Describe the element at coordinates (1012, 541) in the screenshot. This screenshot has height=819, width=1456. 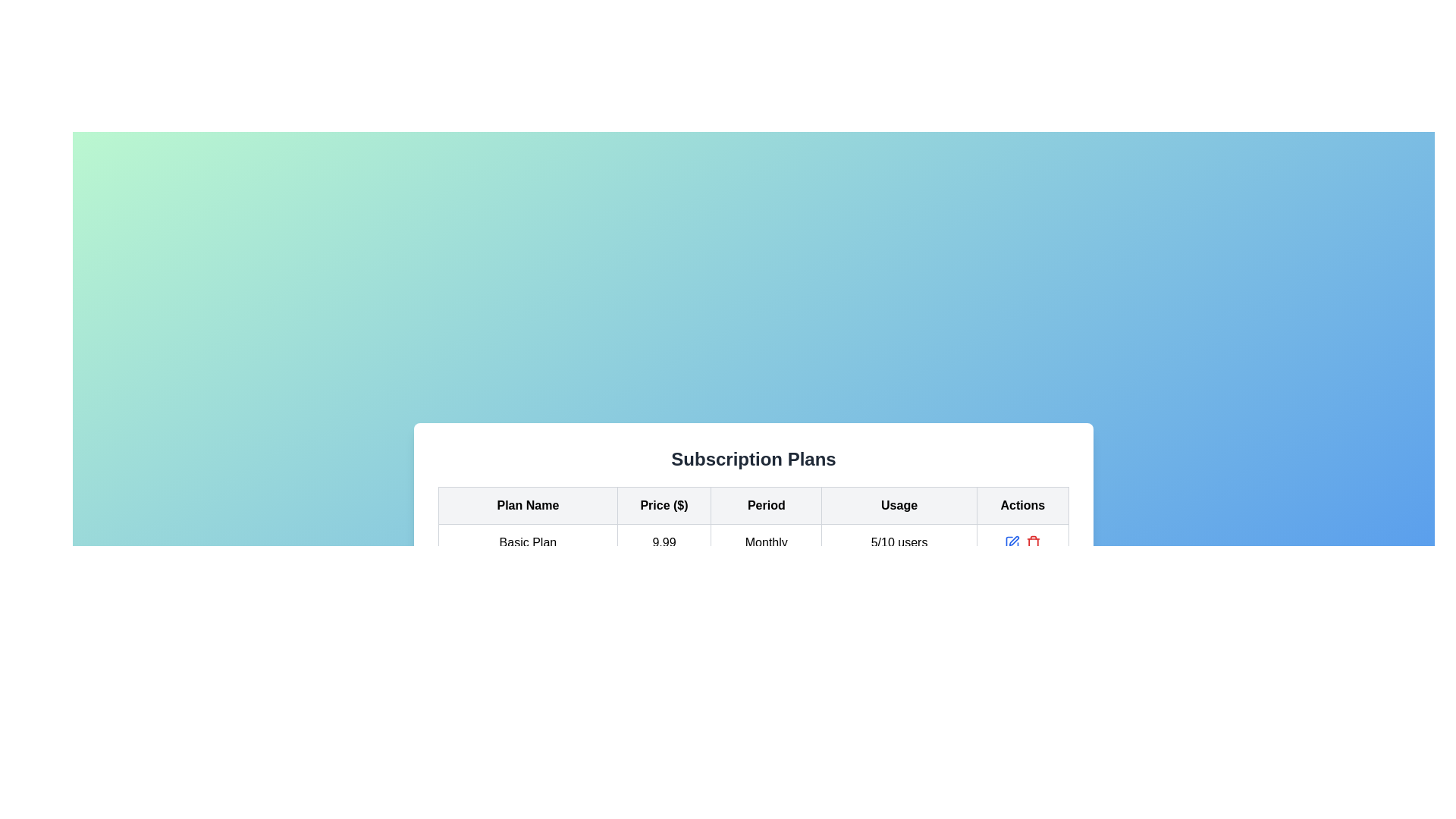
I see `the edit button in the 'Actions' column for the subscription plan` at that location.